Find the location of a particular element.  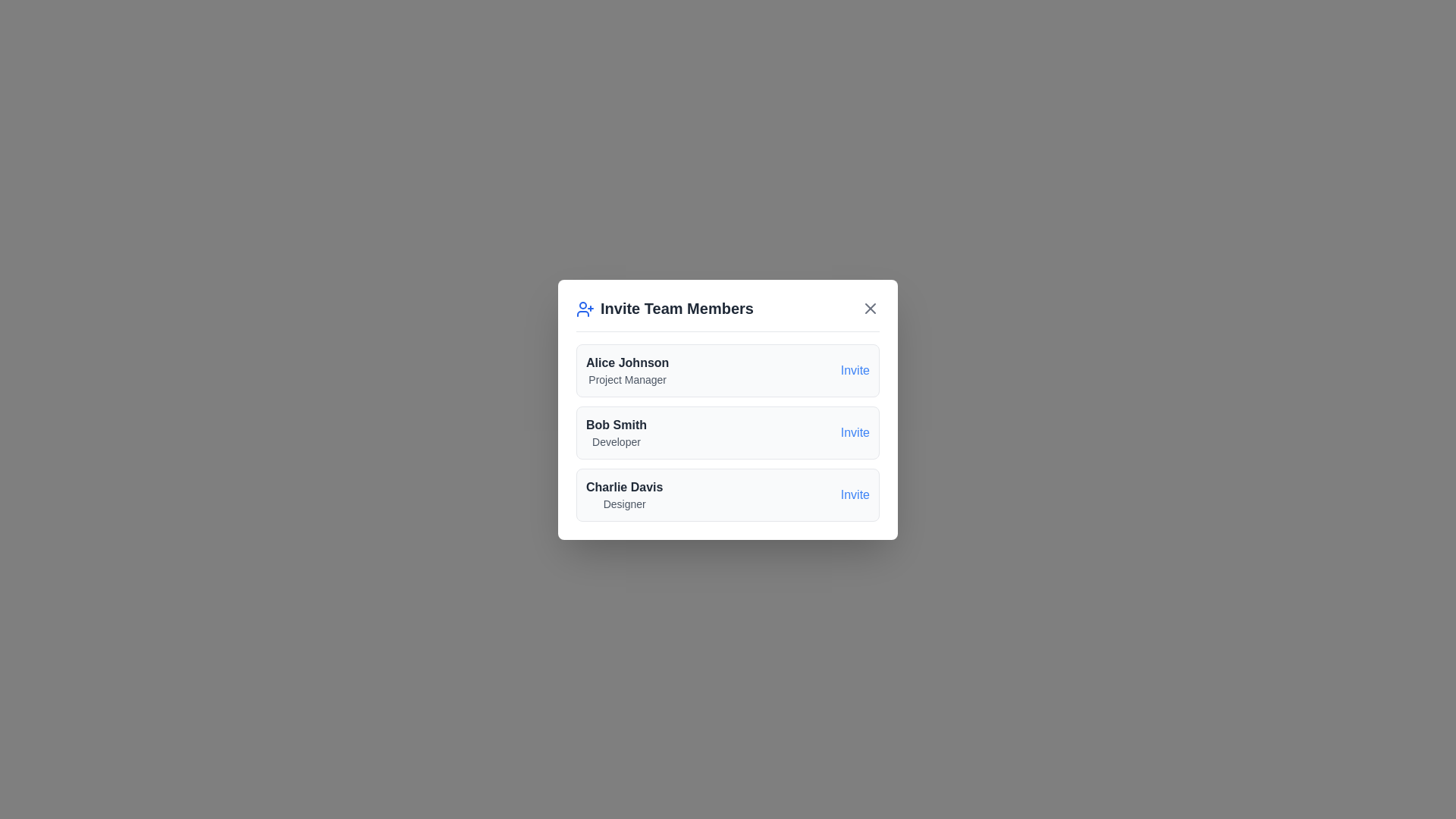

the invite button for Bob Smith is located at coordinates (855, 432).